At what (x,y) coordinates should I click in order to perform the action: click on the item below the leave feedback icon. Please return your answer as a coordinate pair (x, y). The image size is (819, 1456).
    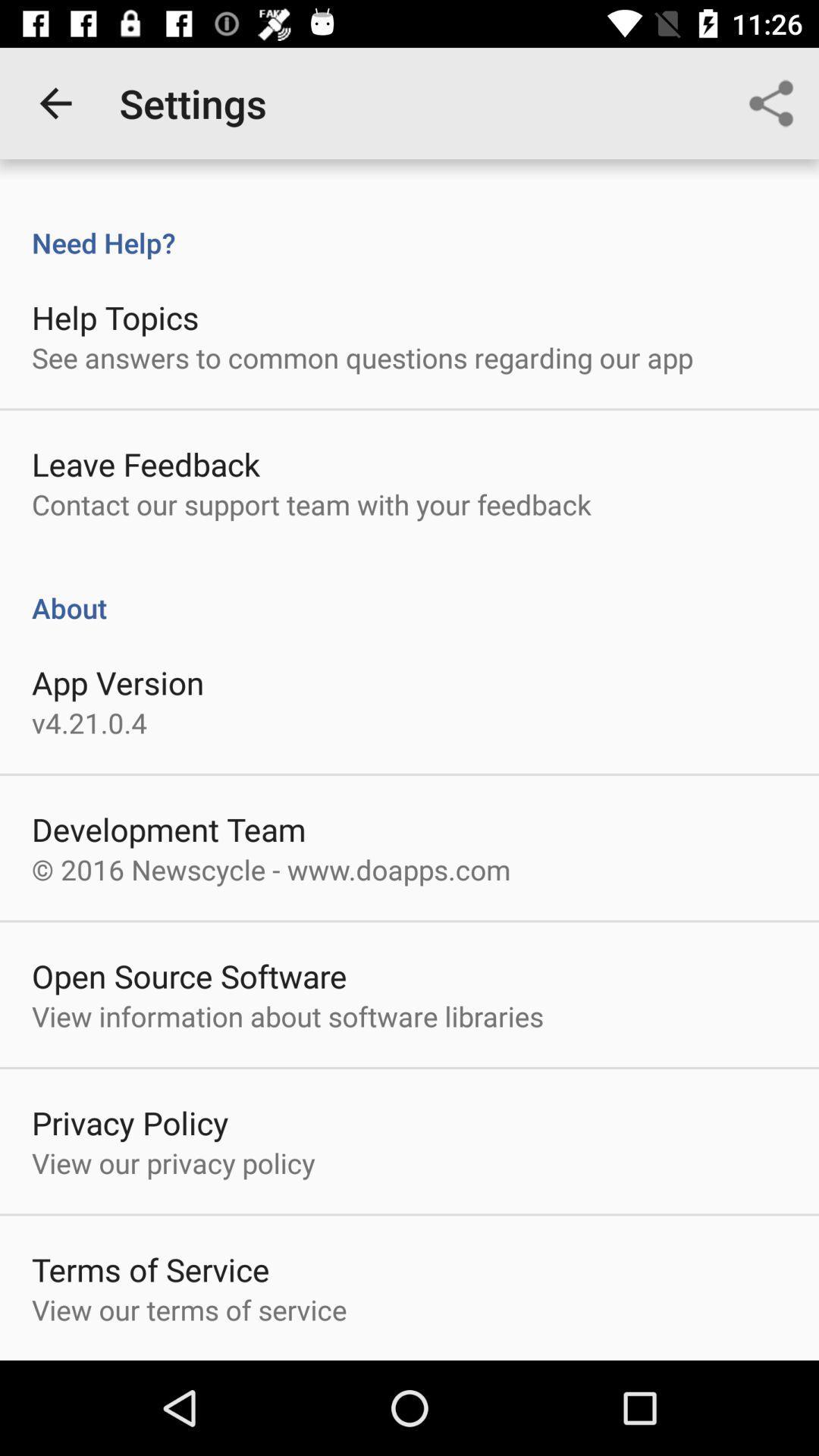
    Looking at the image, I should click on (311, 504).